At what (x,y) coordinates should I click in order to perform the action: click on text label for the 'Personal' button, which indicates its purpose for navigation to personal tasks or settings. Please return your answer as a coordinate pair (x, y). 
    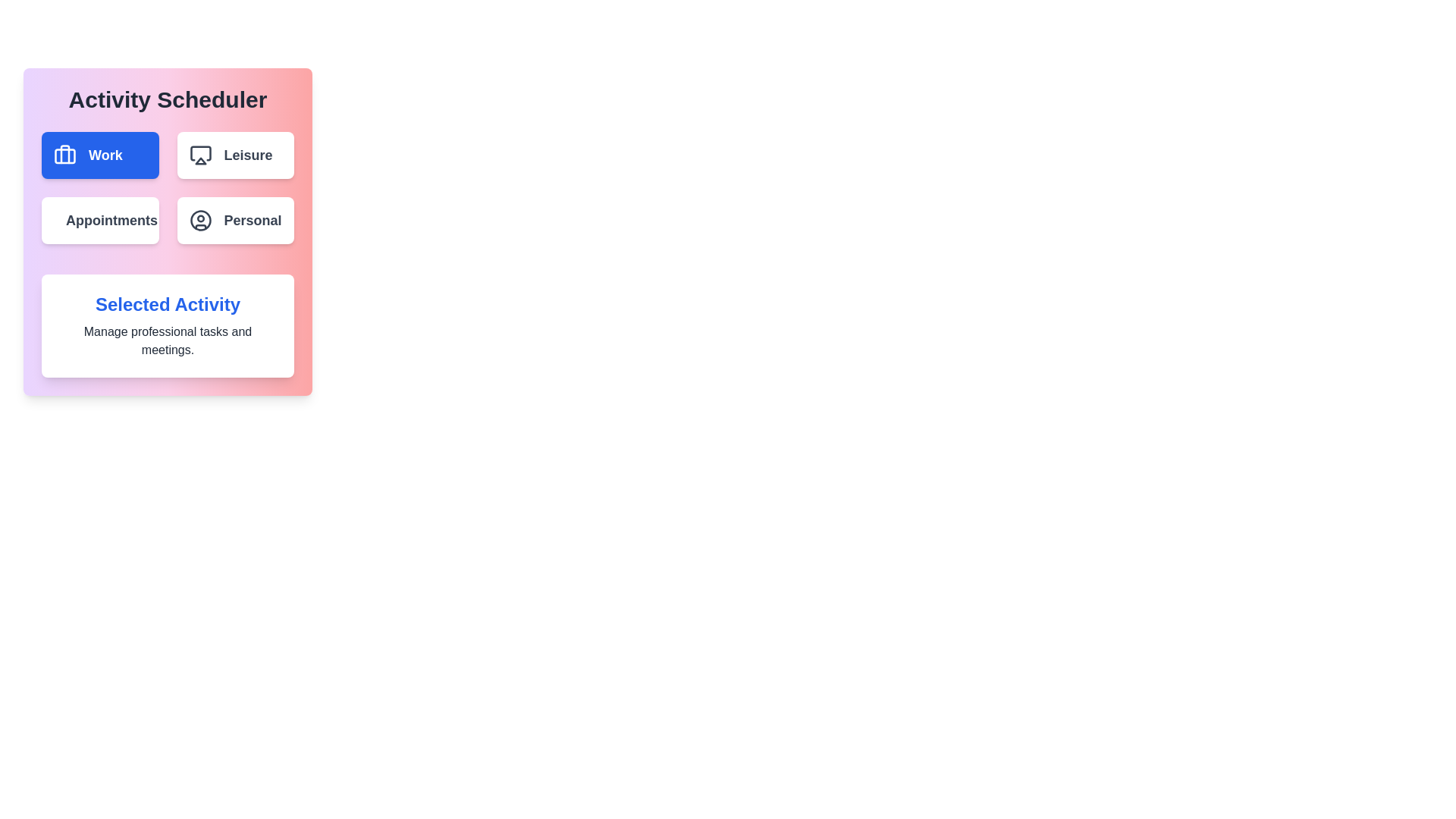
    Looking at the image, I should click on (253, 220).